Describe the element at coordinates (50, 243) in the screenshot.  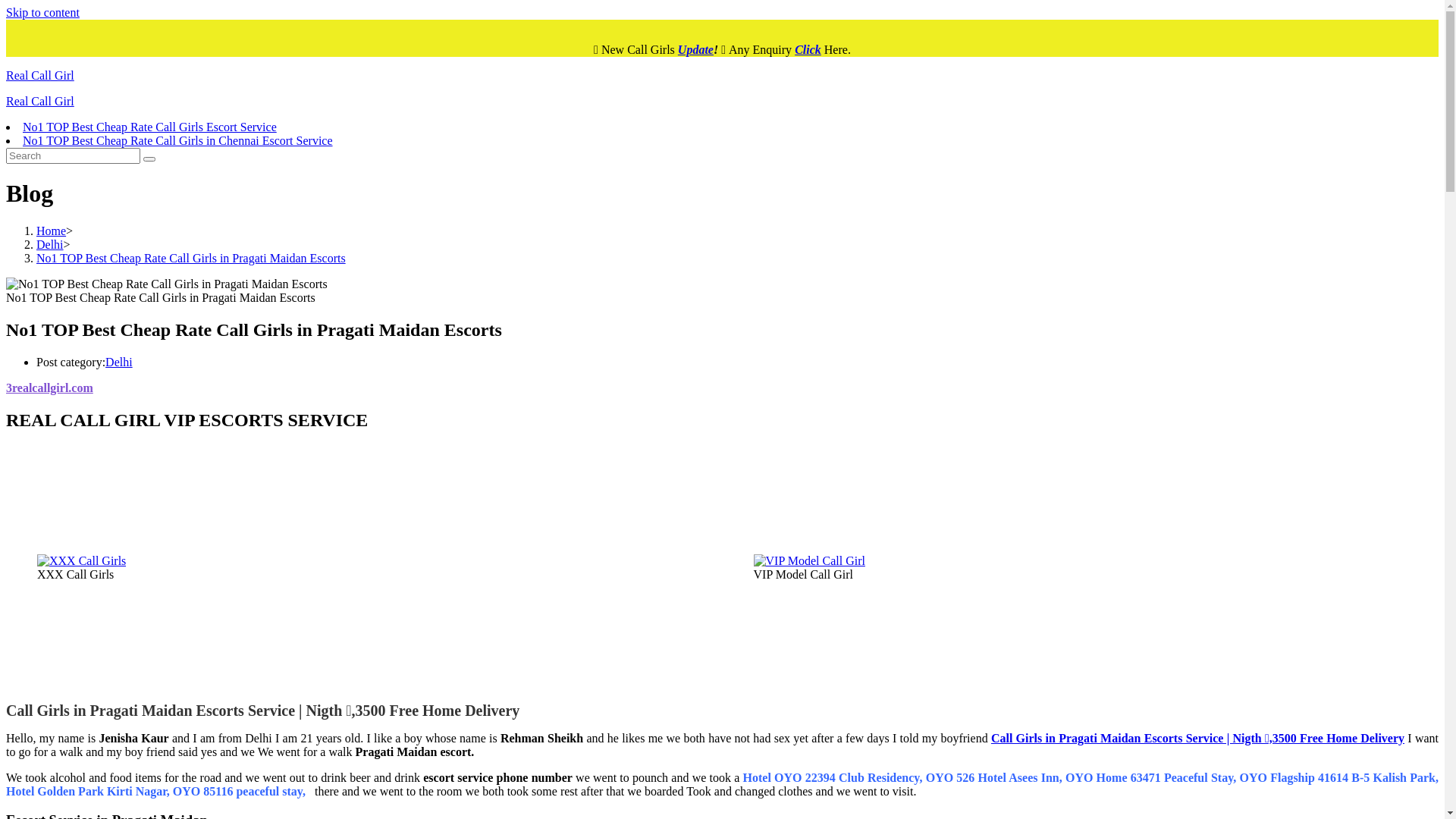
I see `'Delhi'` at that location.